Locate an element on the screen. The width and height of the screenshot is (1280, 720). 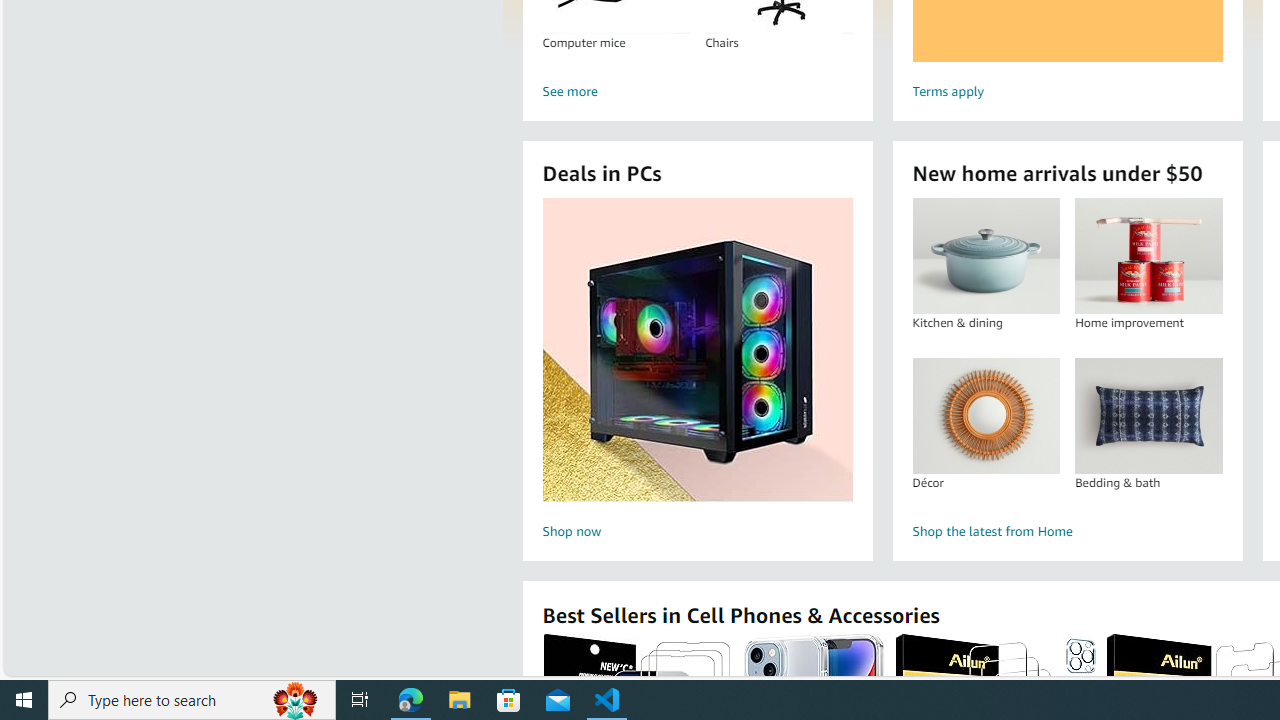
'Deals in PCs' is located at coordinates (697, 348).